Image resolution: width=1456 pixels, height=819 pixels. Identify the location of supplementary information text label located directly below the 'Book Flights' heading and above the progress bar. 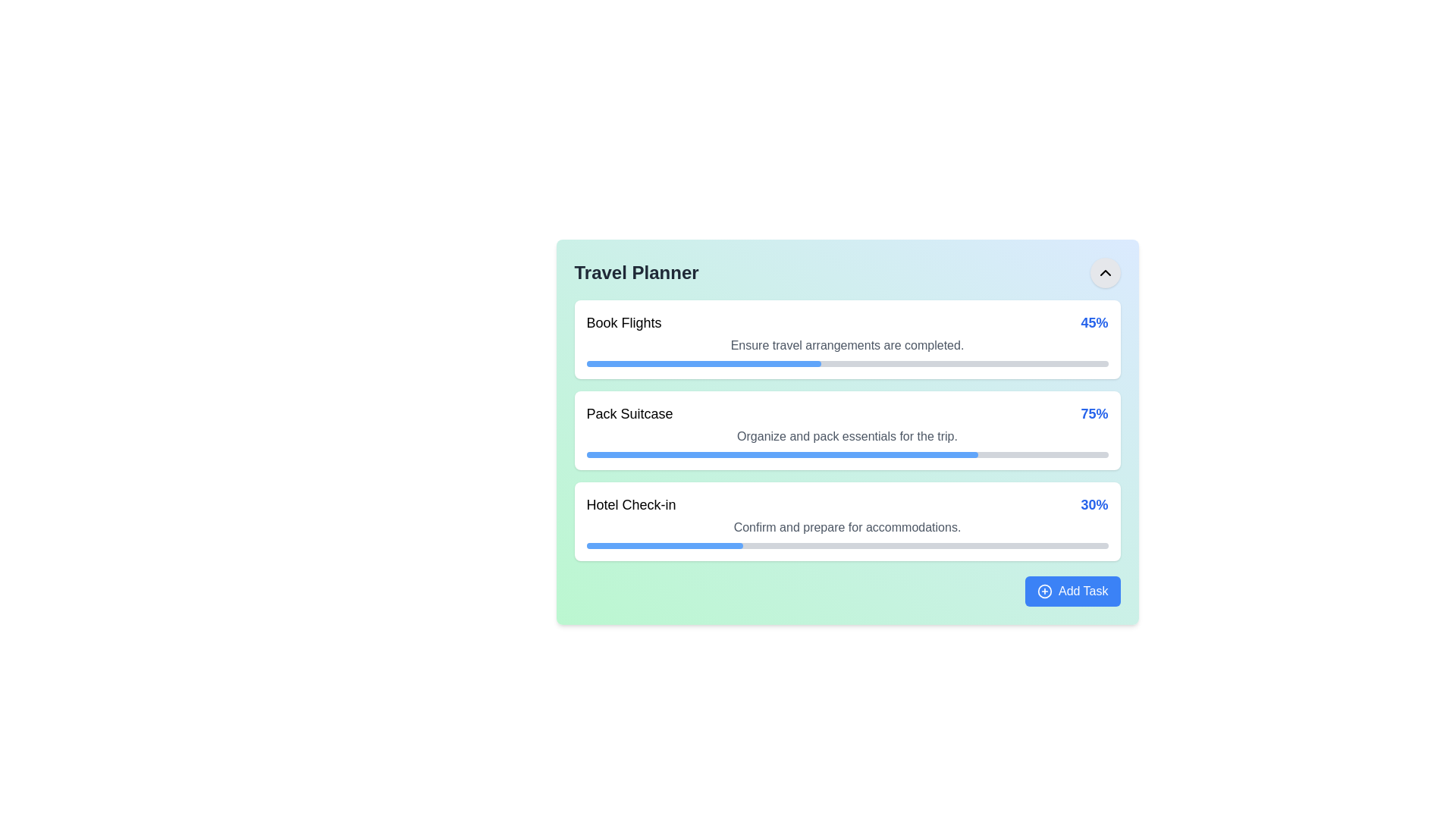
(846, 345).